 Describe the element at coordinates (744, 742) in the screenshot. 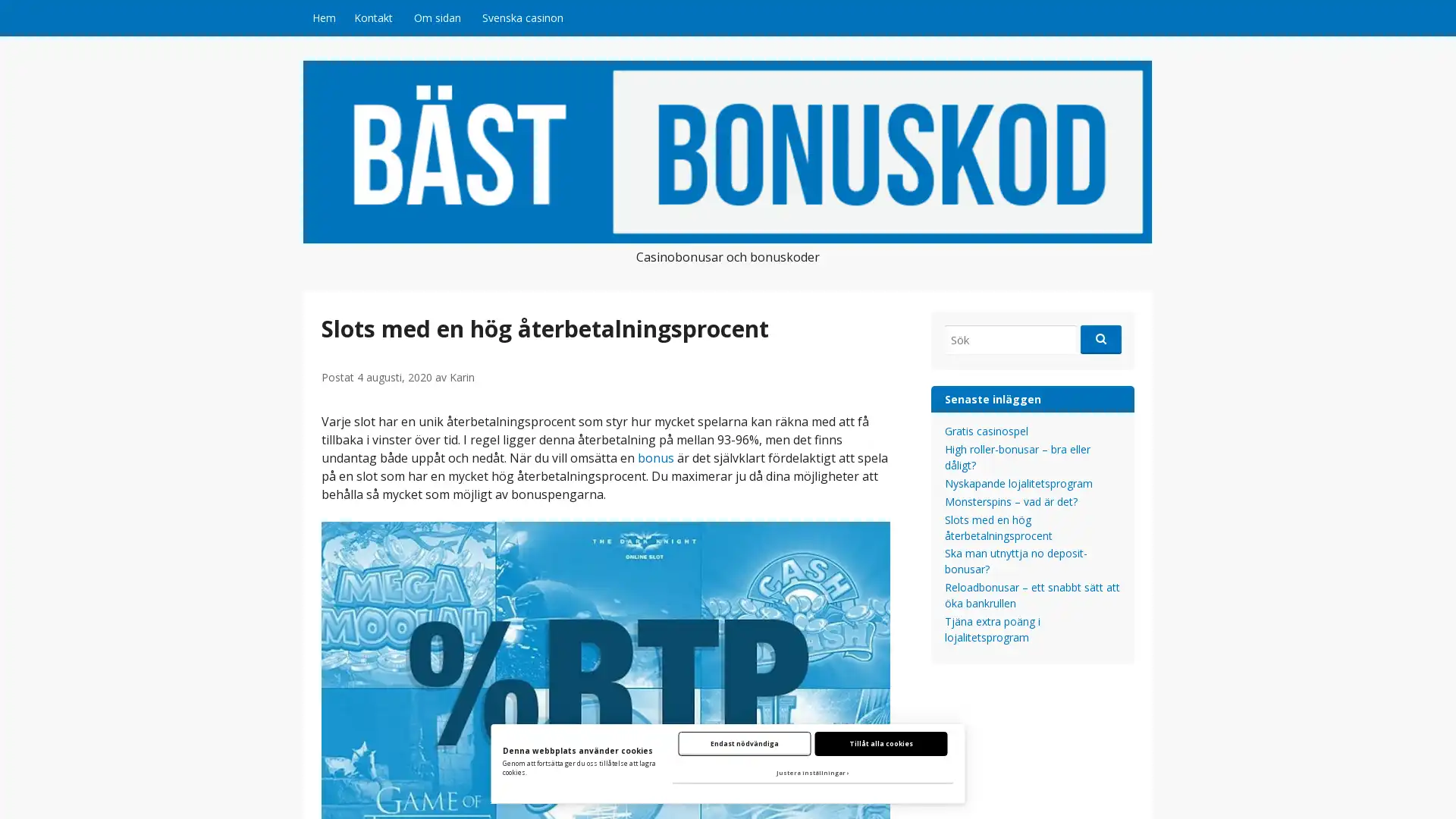

I see `Endast nodvandiga` at that location.